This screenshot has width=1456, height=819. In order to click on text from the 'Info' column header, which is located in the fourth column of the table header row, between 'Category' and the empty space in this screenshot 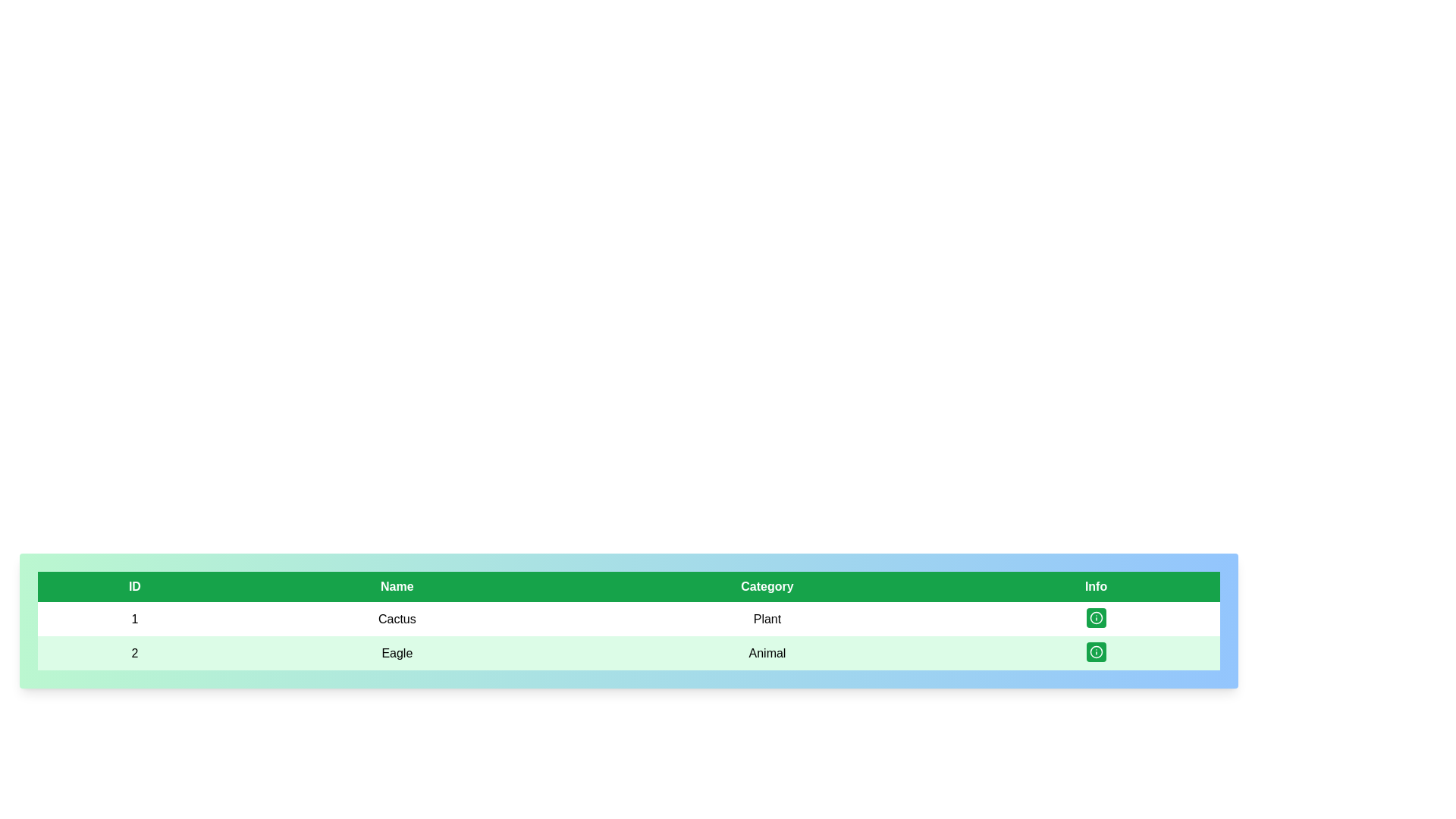, I will do `click(1096, 586)`.